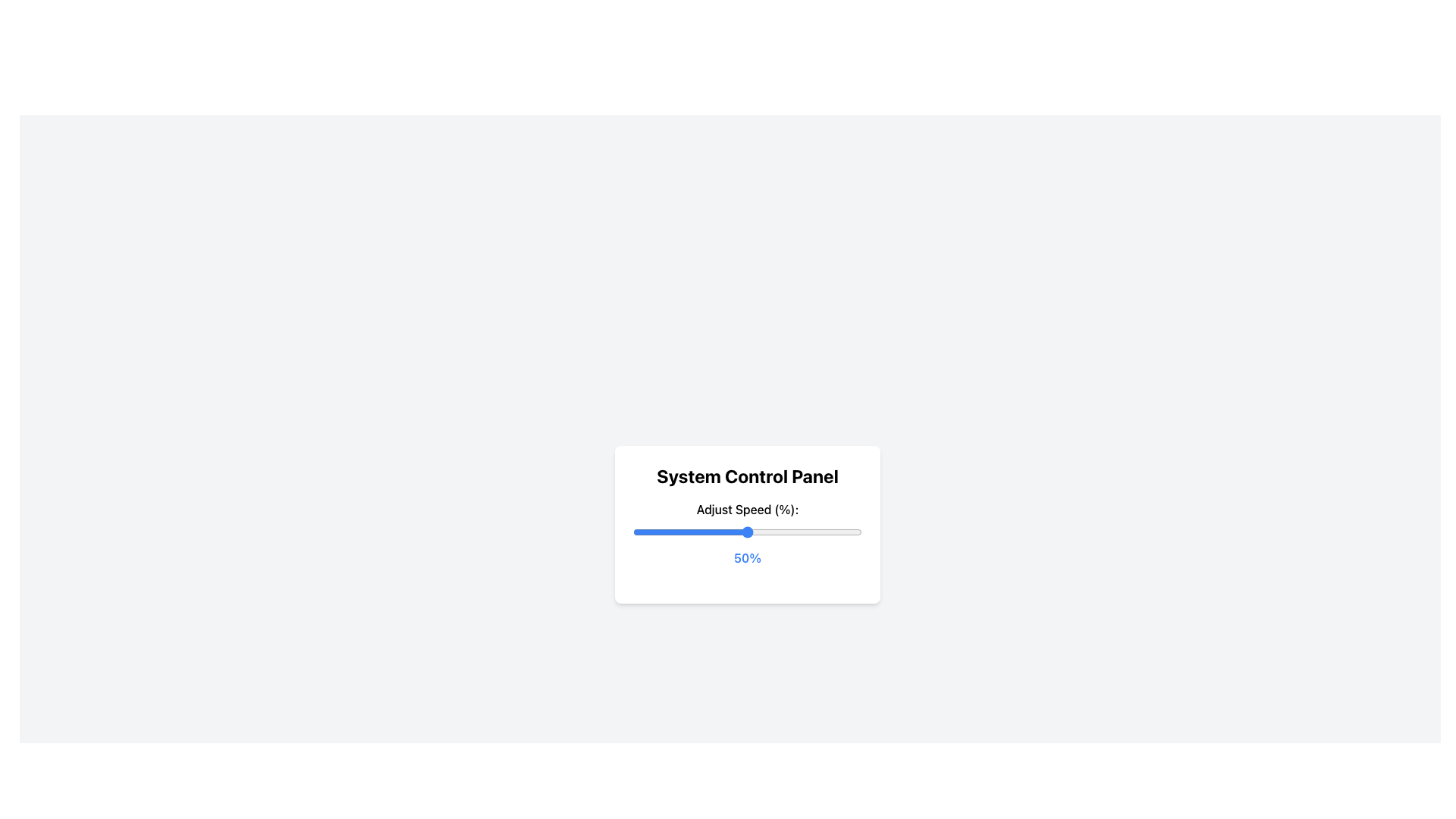 This screenshot has width=1456, height=819. What do you see at coordinates (847, 532) in the screenshot?
I see `the slider value` at bounding box center [847, 532].